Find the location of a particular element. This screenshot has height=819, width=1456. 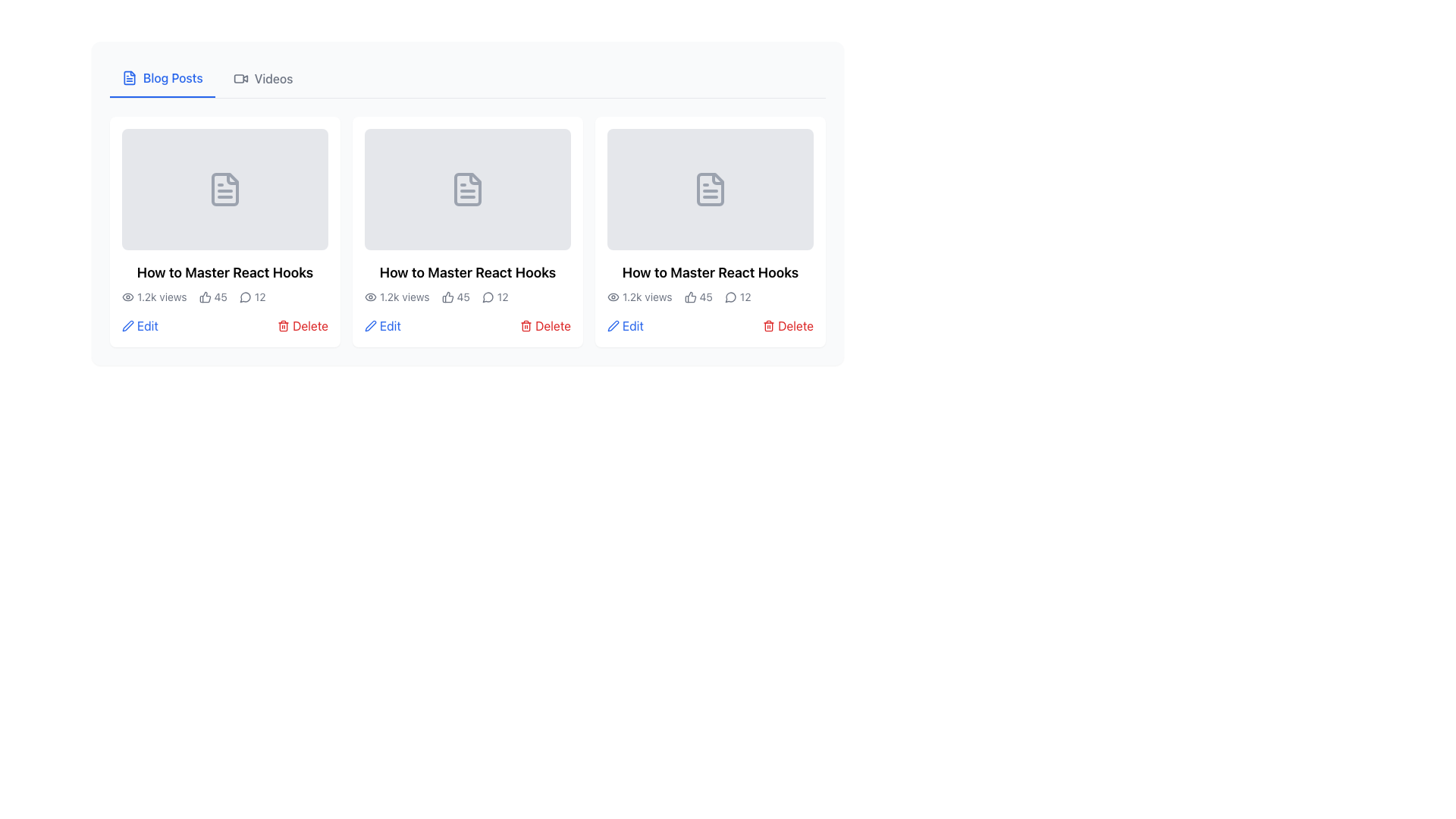

the small blue 'Edit' button with a pen icon located under the 'Blog Posts' section is located at coordinates (140, 325).